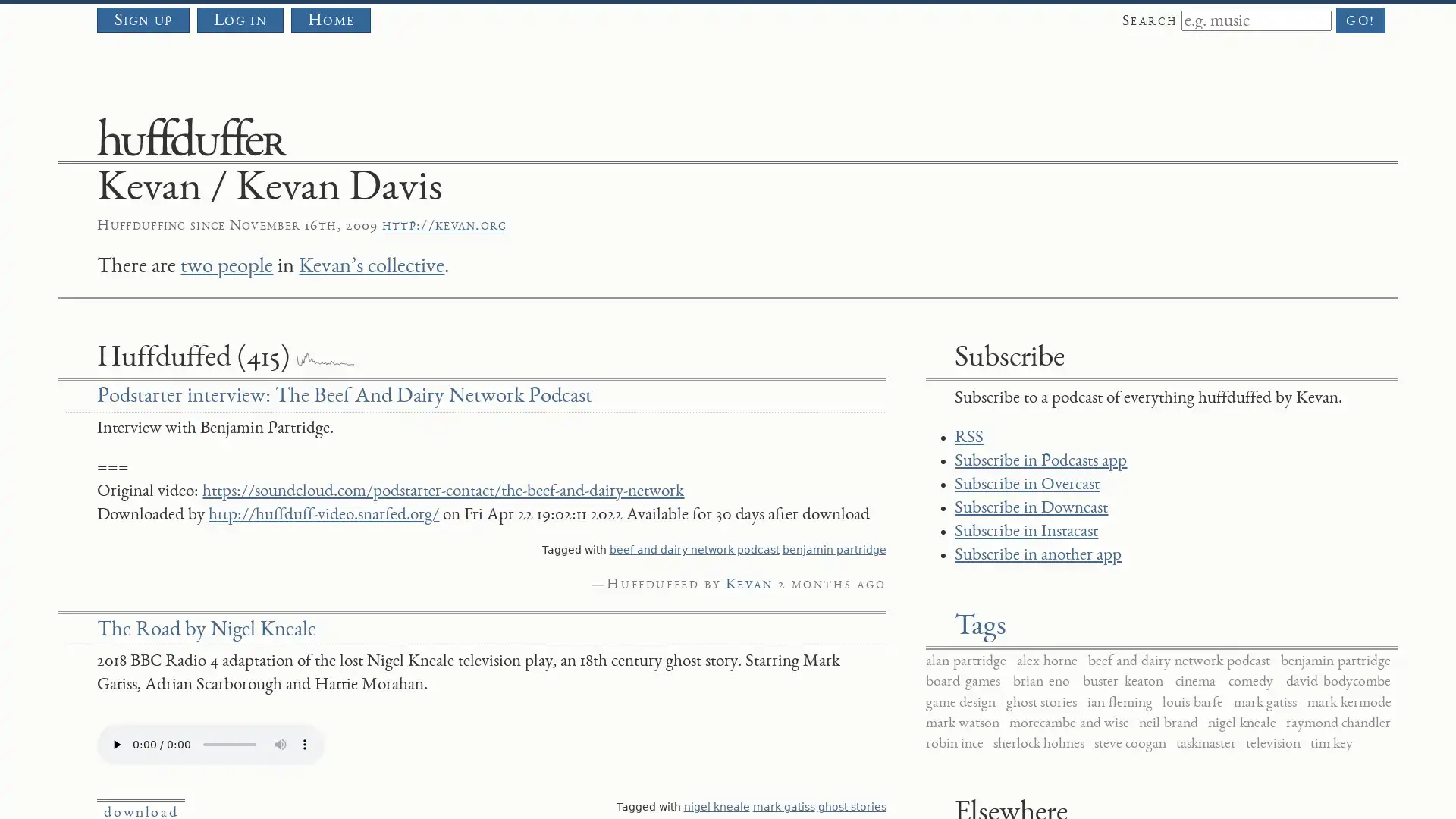 The width and height of the screenshot is (1456, 819). Describe the element at coordinates (1360, 20) in the screenshot. I see `GO!` at that location.